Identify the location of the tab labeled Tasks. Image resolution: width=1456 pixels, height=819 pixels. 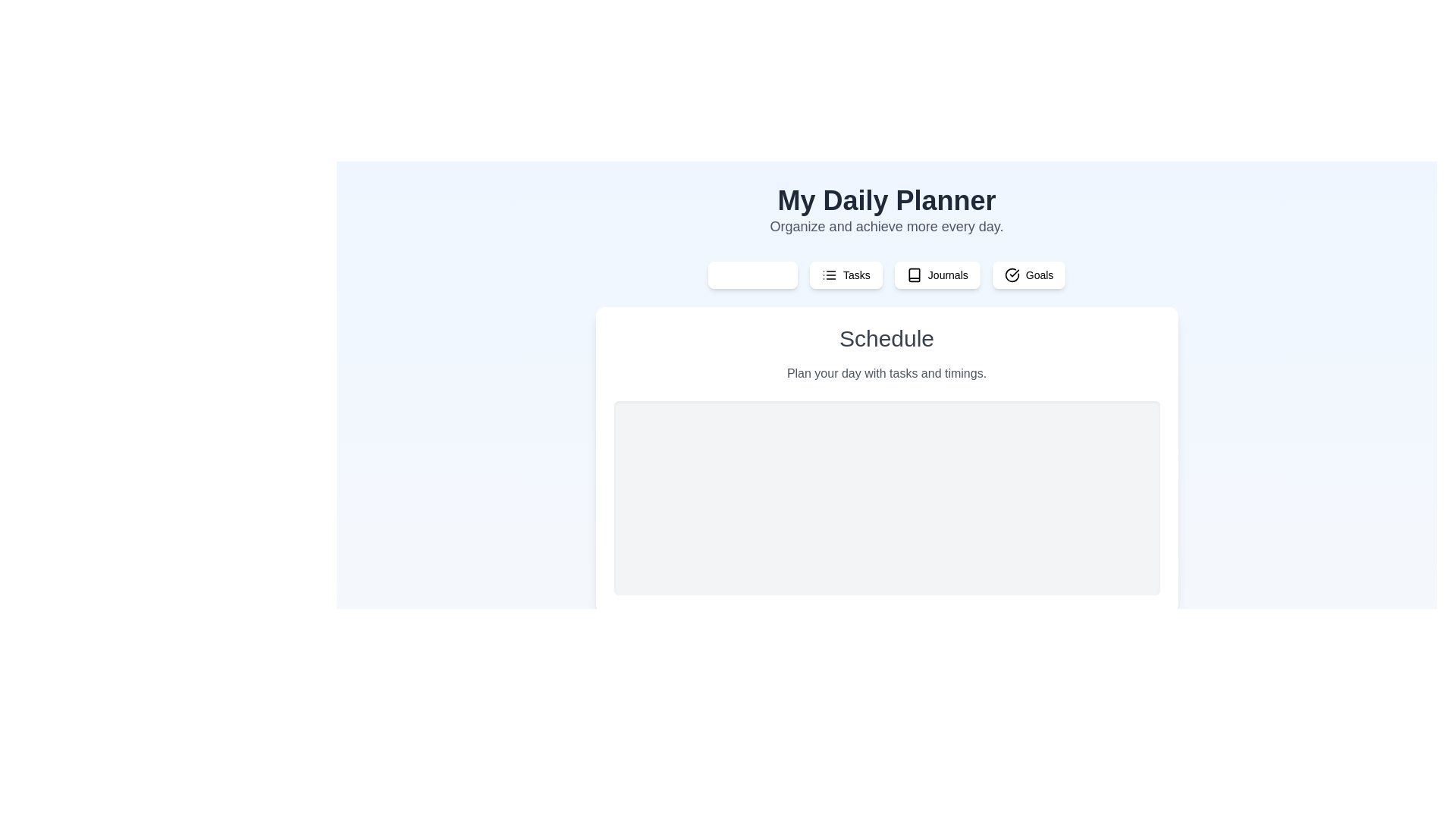
(845, 275).